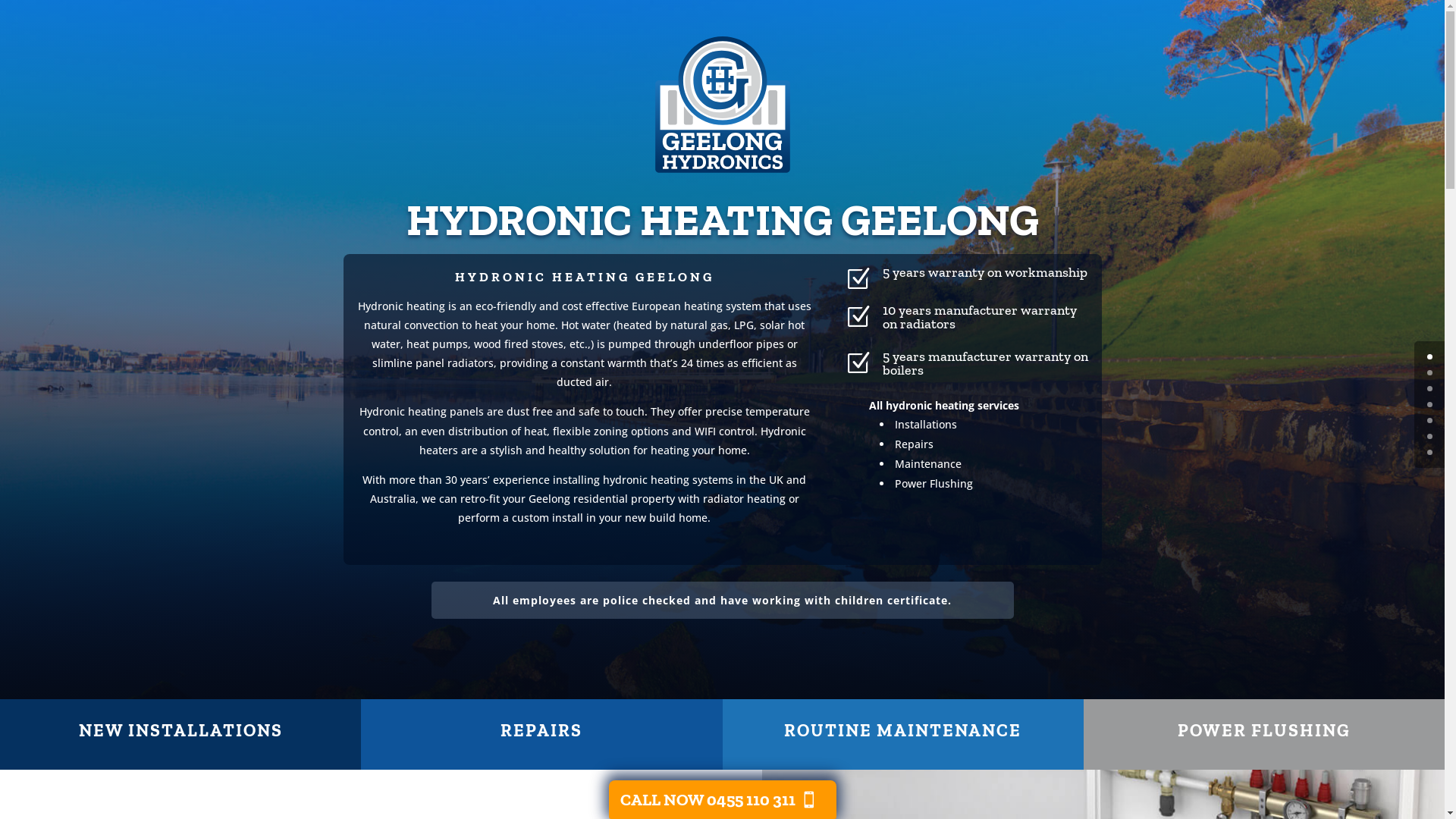 This screenshot has width=1456, height=819. Describe the element at coordinates (1426, 403) in the screenshot. I see `'3'` at that location.